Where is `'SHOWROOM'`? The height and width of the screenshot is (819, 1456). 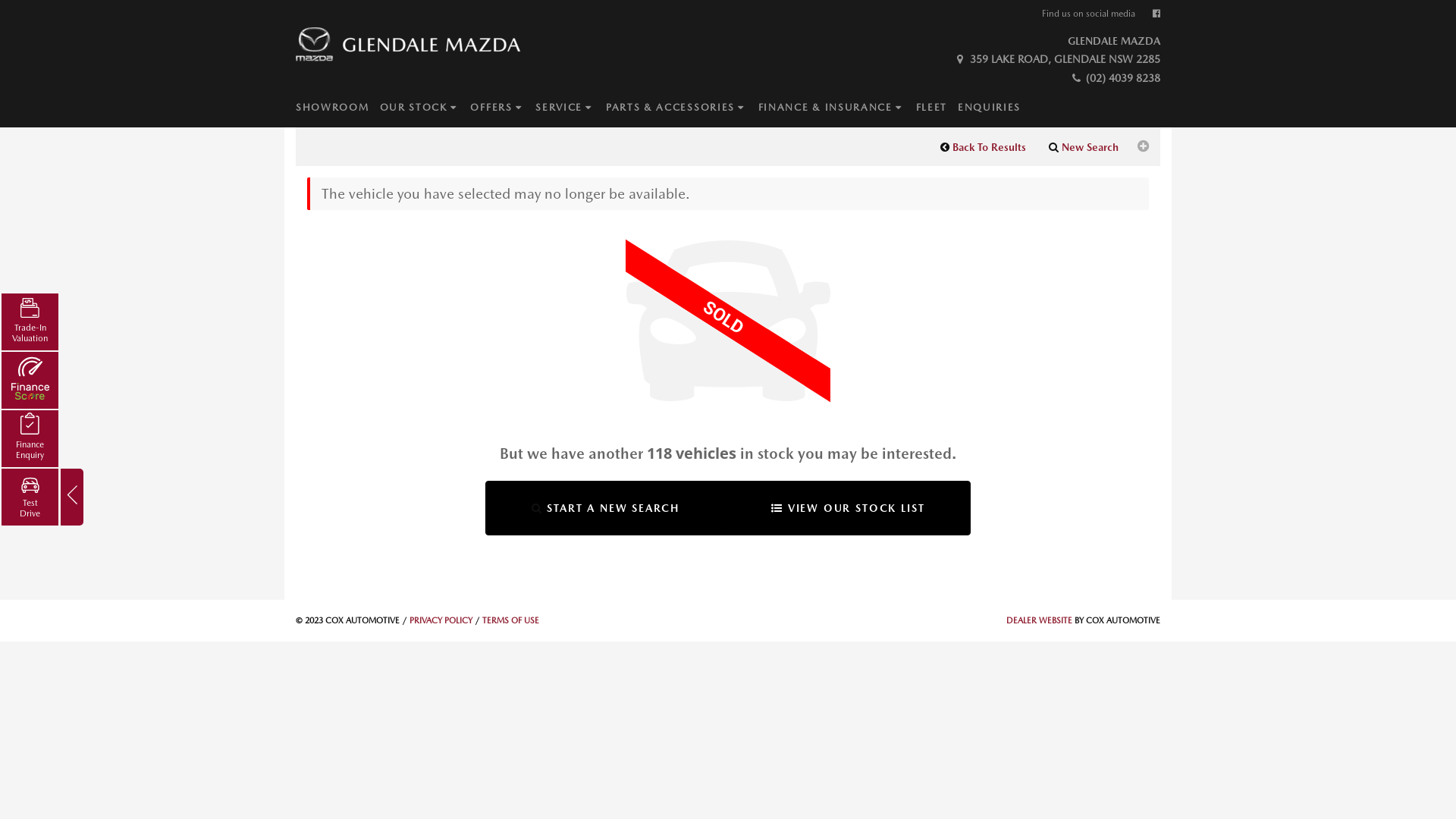
'SHOWROOM' is located at coordinates (337, 107).